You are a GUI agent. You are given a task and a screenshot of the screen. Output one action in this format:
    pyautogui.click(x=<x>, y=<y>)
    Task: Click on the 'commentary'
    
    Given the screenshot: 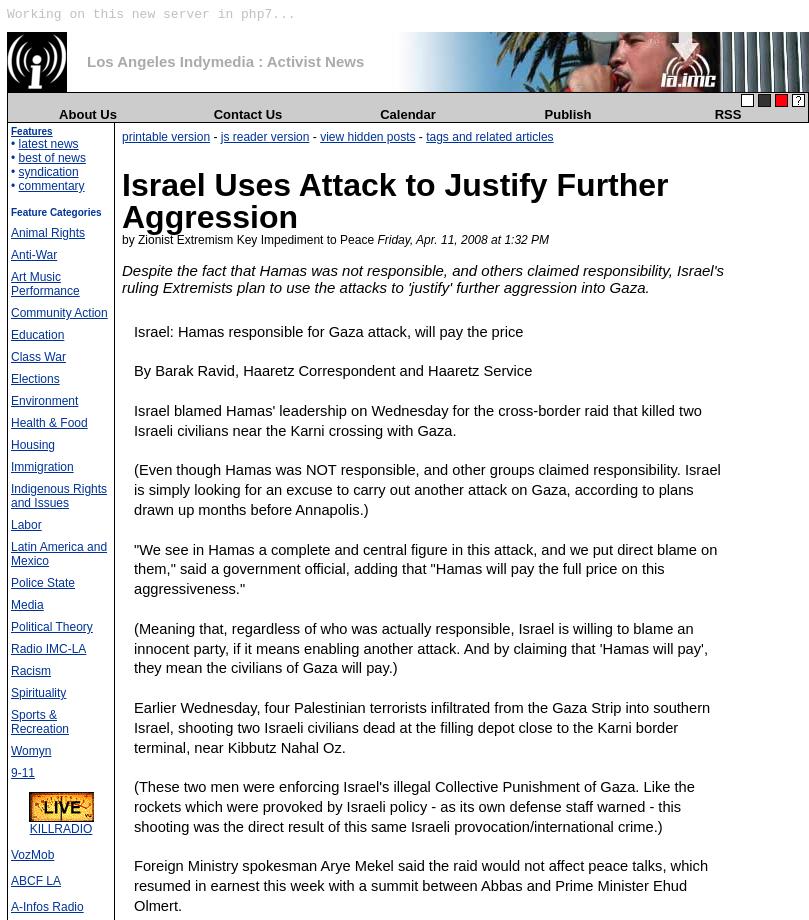 What is the action you would take?
    pyautogui.click(x=50, y=185)
    